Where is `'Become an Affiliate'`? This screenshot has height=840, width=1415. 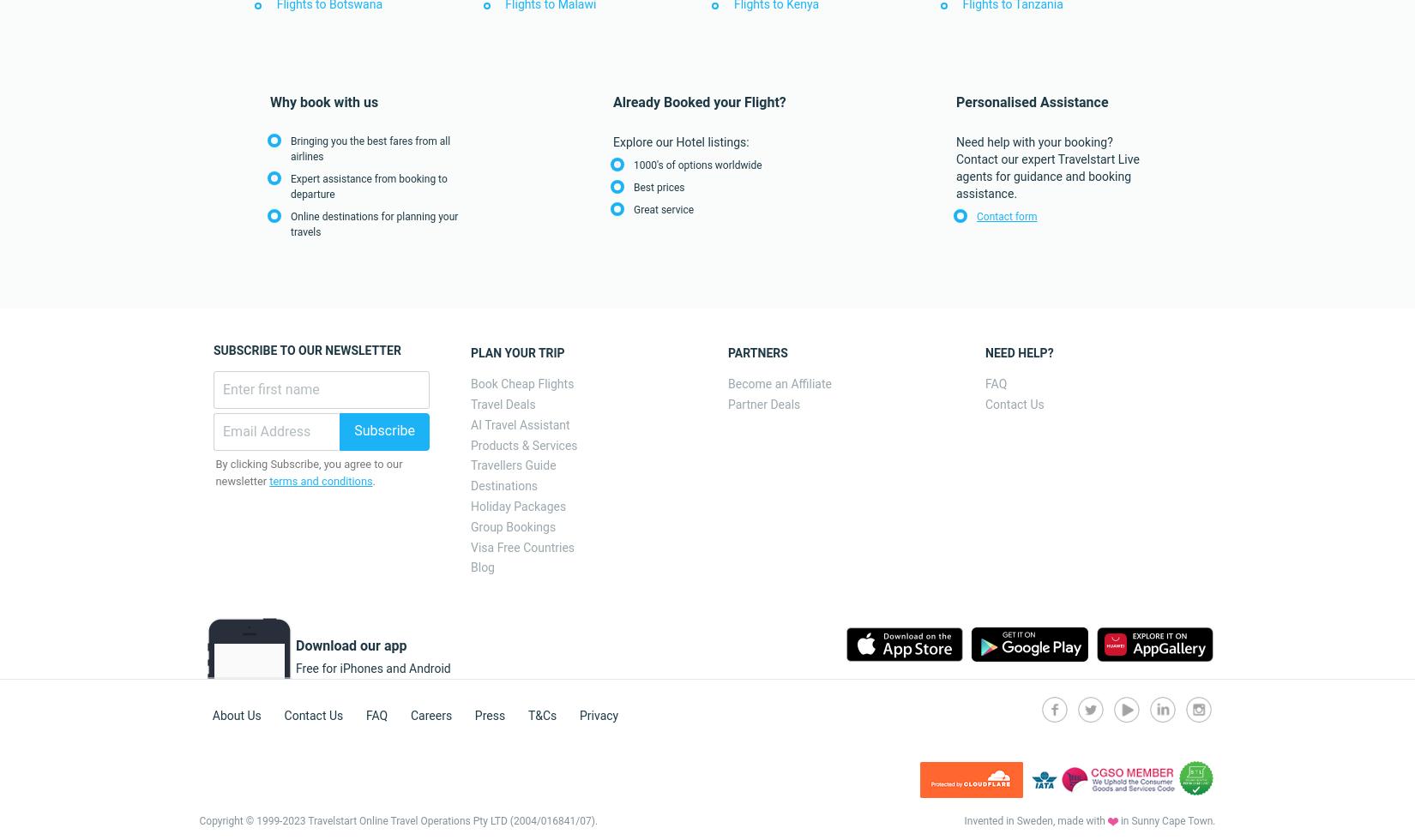 'Become an Affiliate' is located at coordinates (779, 383).